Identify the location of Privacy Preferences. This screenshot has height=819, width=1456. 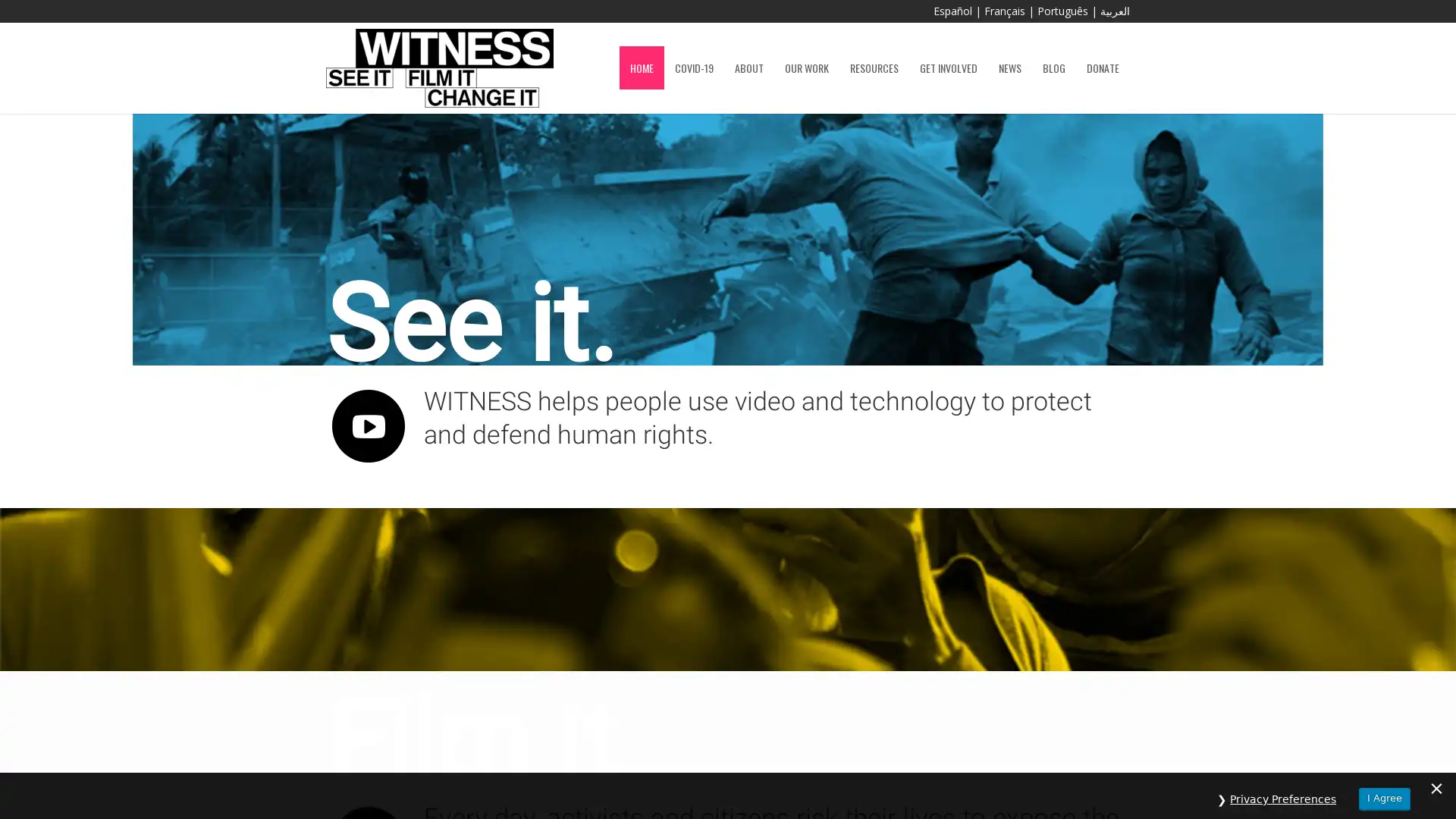
(1282, 791).